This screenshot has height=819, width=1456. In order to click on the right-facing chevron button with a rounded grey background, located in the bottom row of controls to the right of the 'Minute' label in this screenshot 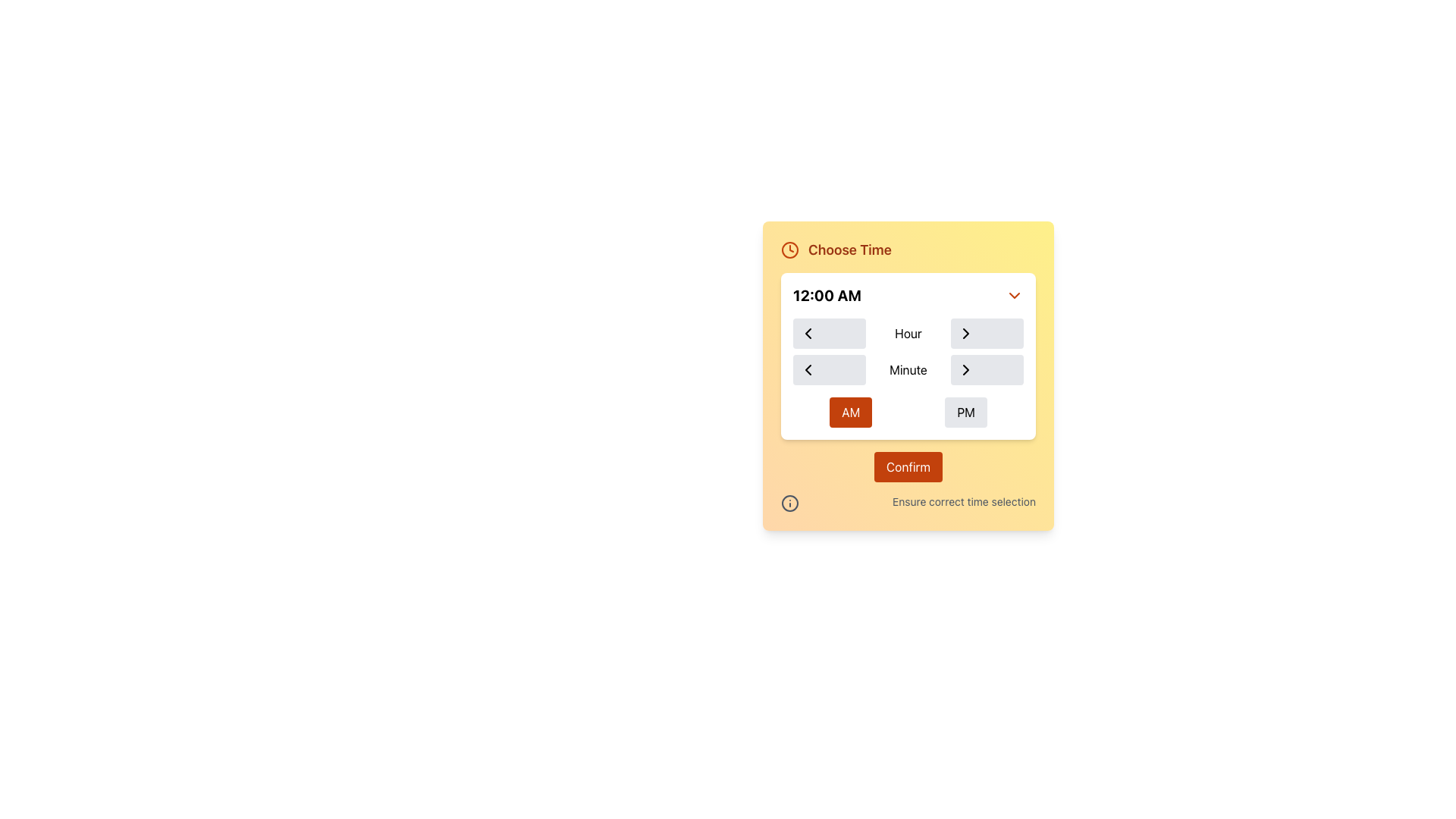, I will do `click(965, 370)`.